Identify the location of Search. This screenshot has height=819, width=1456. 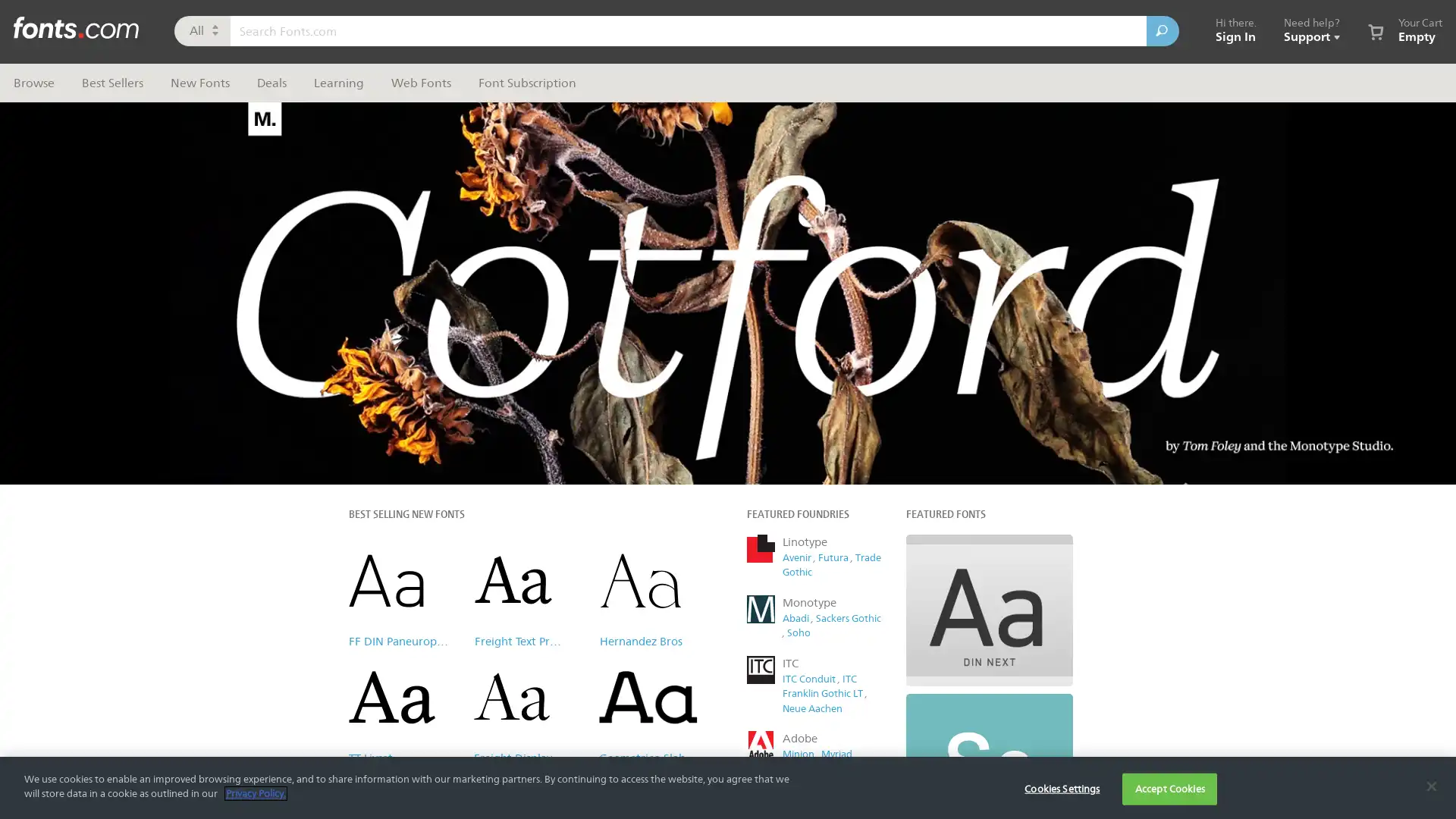
(1162, 31).